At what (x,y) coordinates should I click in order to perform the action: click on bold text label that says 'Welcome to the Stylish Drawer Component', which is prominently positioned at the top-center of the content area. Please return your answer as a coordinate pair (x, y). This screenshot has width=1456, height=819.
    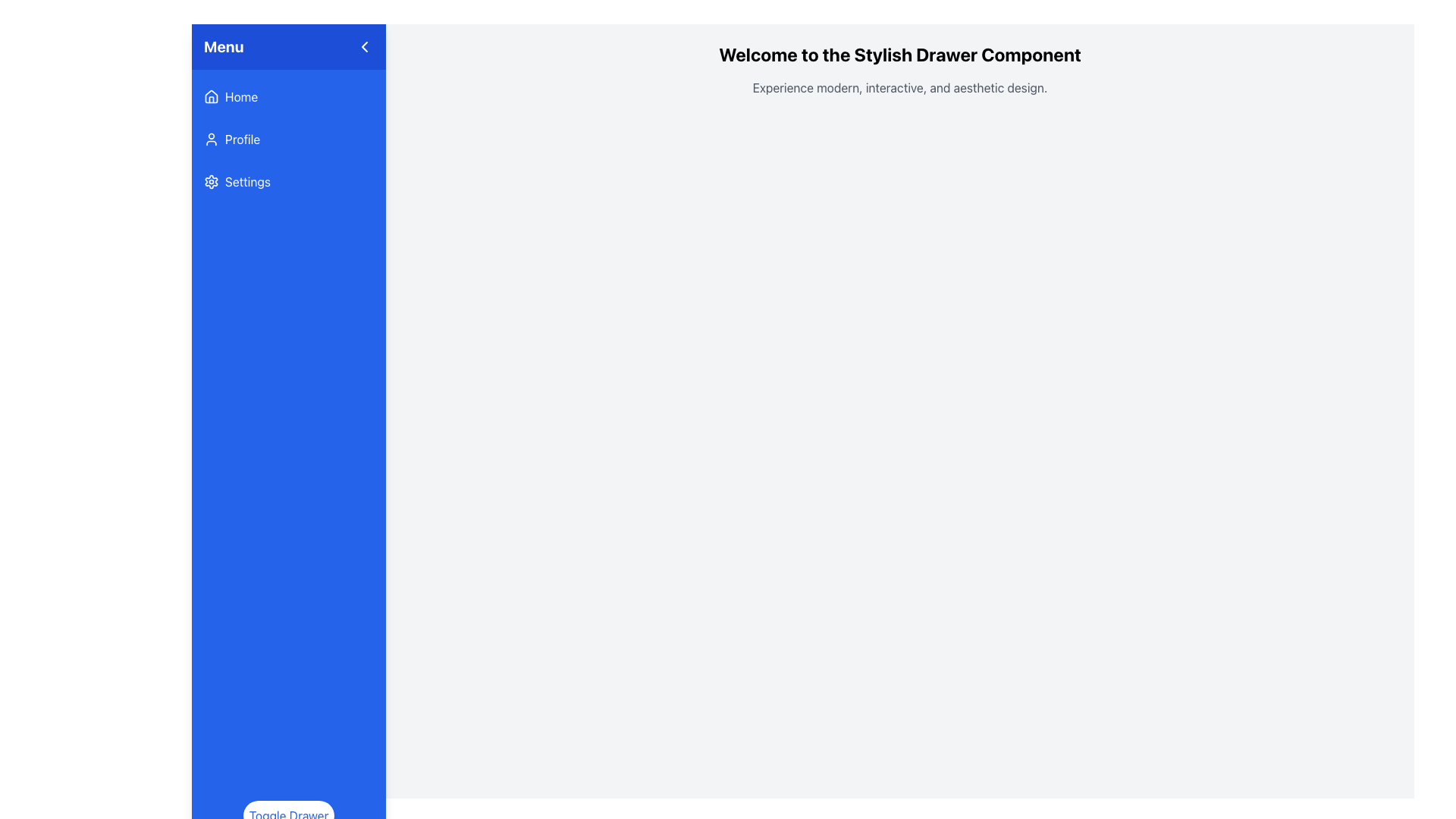
    Looking at the image, I should click on (899, 54).